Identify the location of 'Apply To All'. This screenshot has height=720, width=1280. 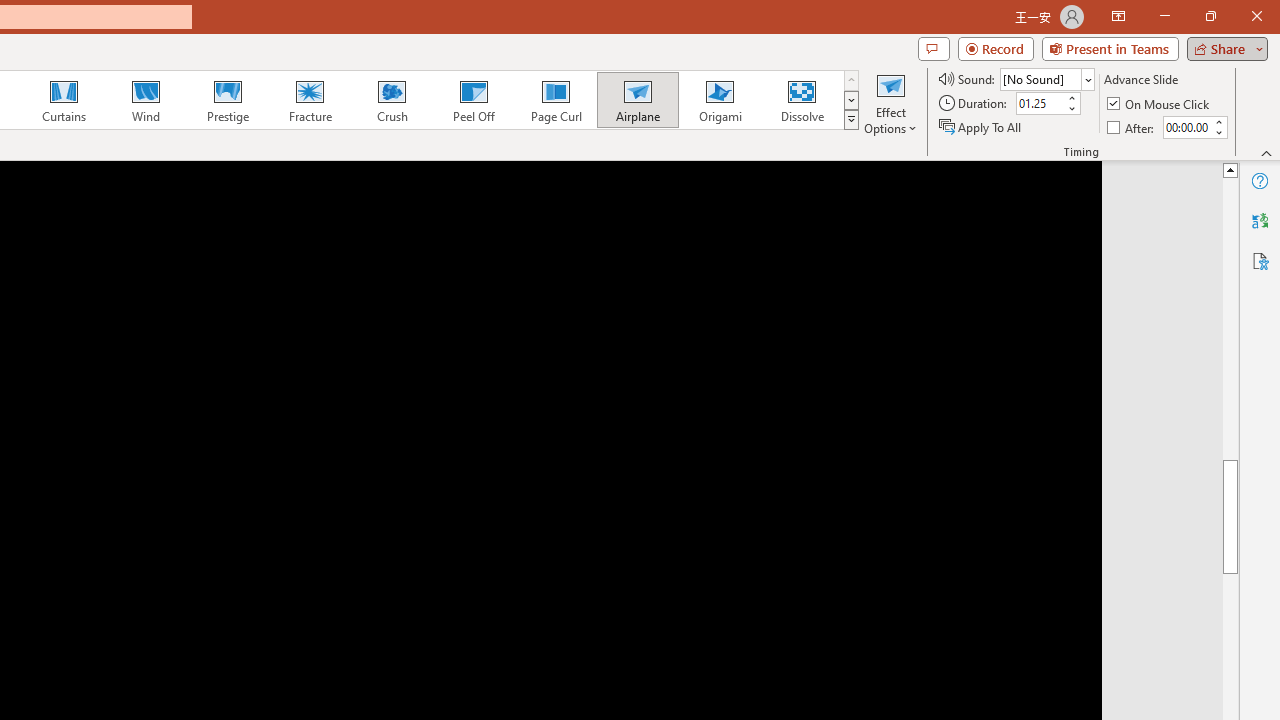
(981, 127).